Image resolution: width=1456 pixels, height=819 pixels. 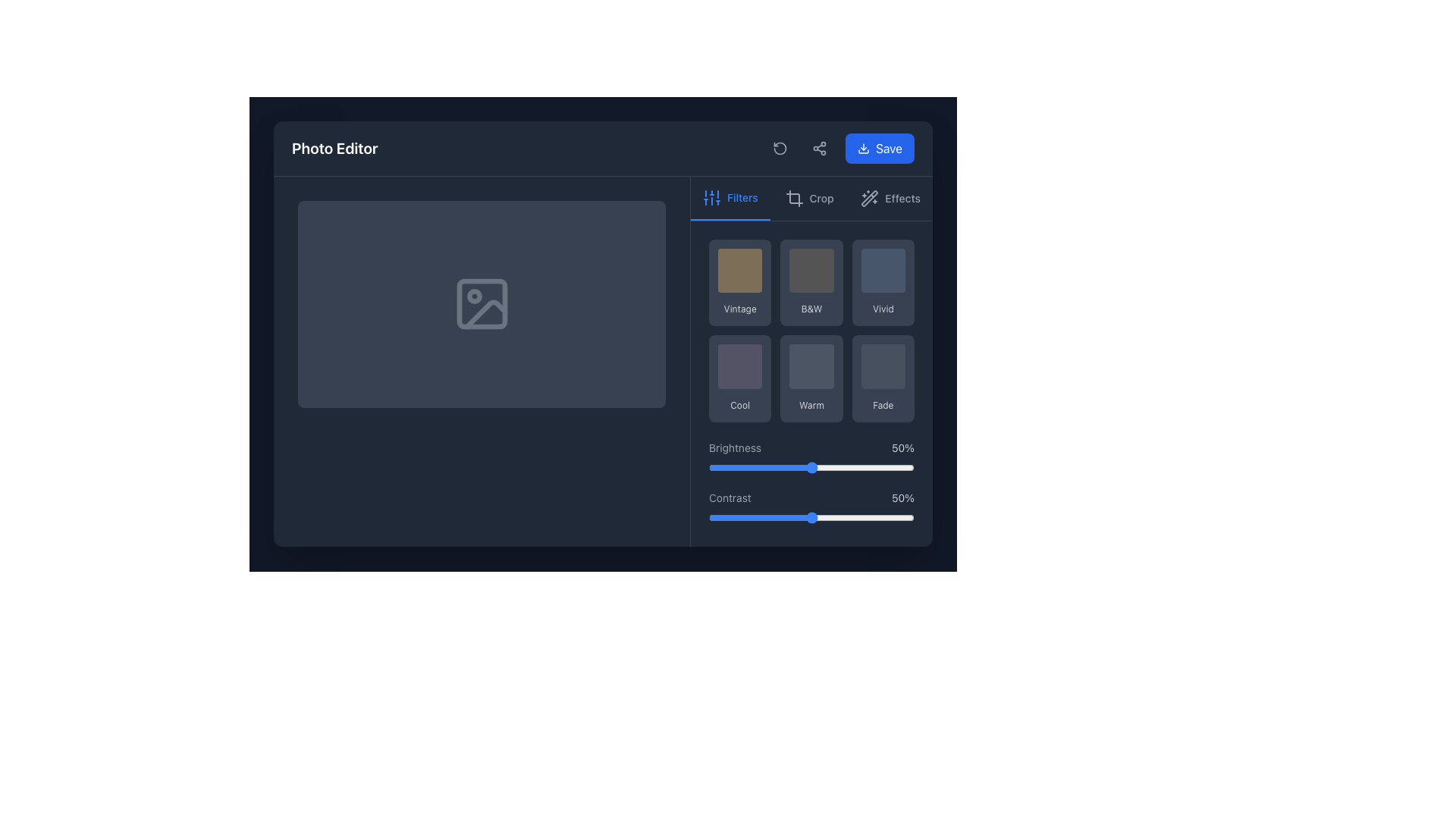 What do you see at coordinates (742, 197) in the screenshot?
I see `the label indicating the functionality of applying or managing filters, located to the right of the vertical sliders icon` at bounding box center [742, 197].